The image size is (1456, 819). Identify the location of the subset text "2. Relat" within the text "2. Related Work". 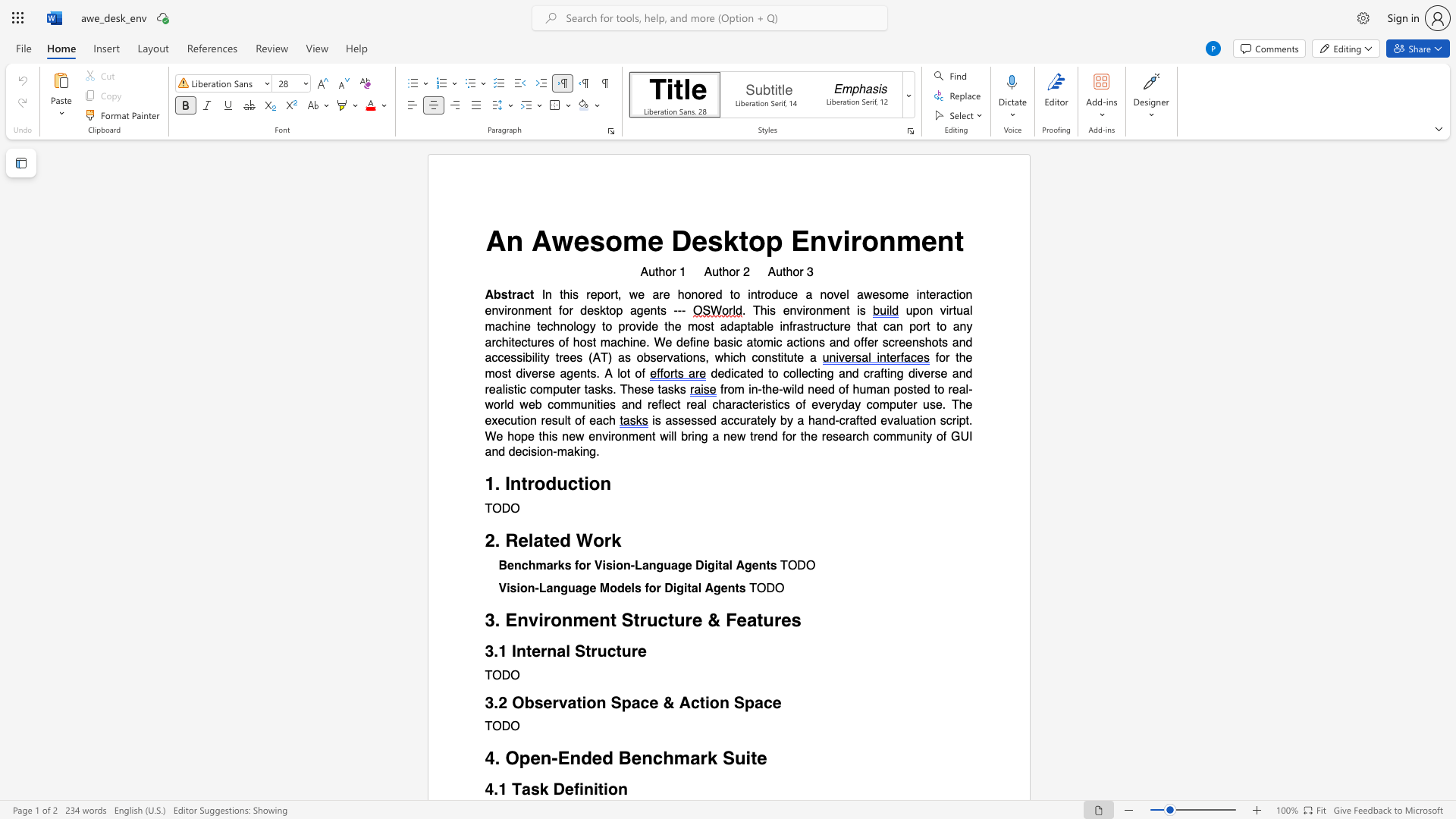
(484, 540).